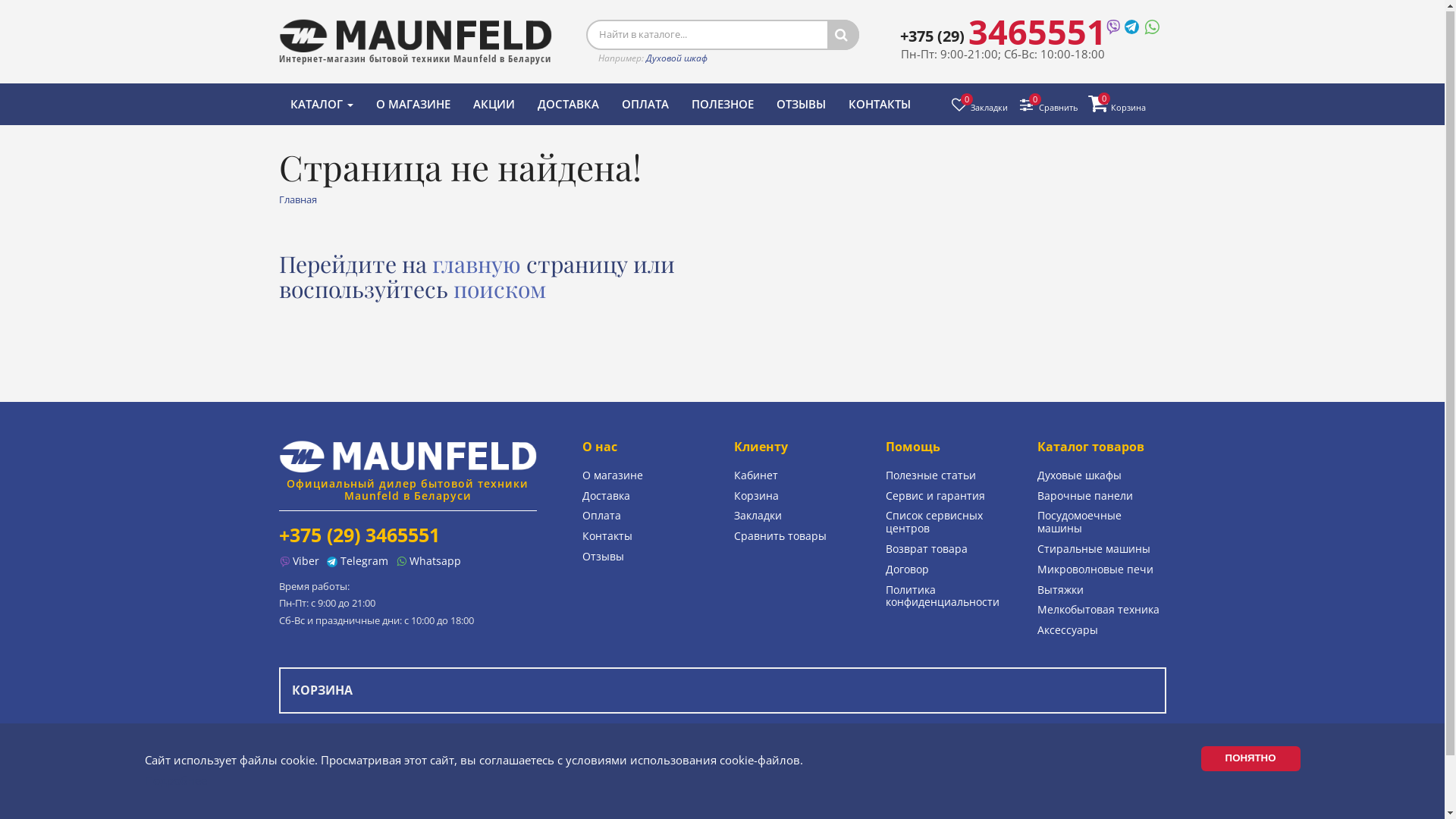 The width and height of the screenshot is (1456, 819). What do you see at coordinates (428, 561) in the screenshot?
I see `'Whatsapp'` at bounding box center [428, 561].